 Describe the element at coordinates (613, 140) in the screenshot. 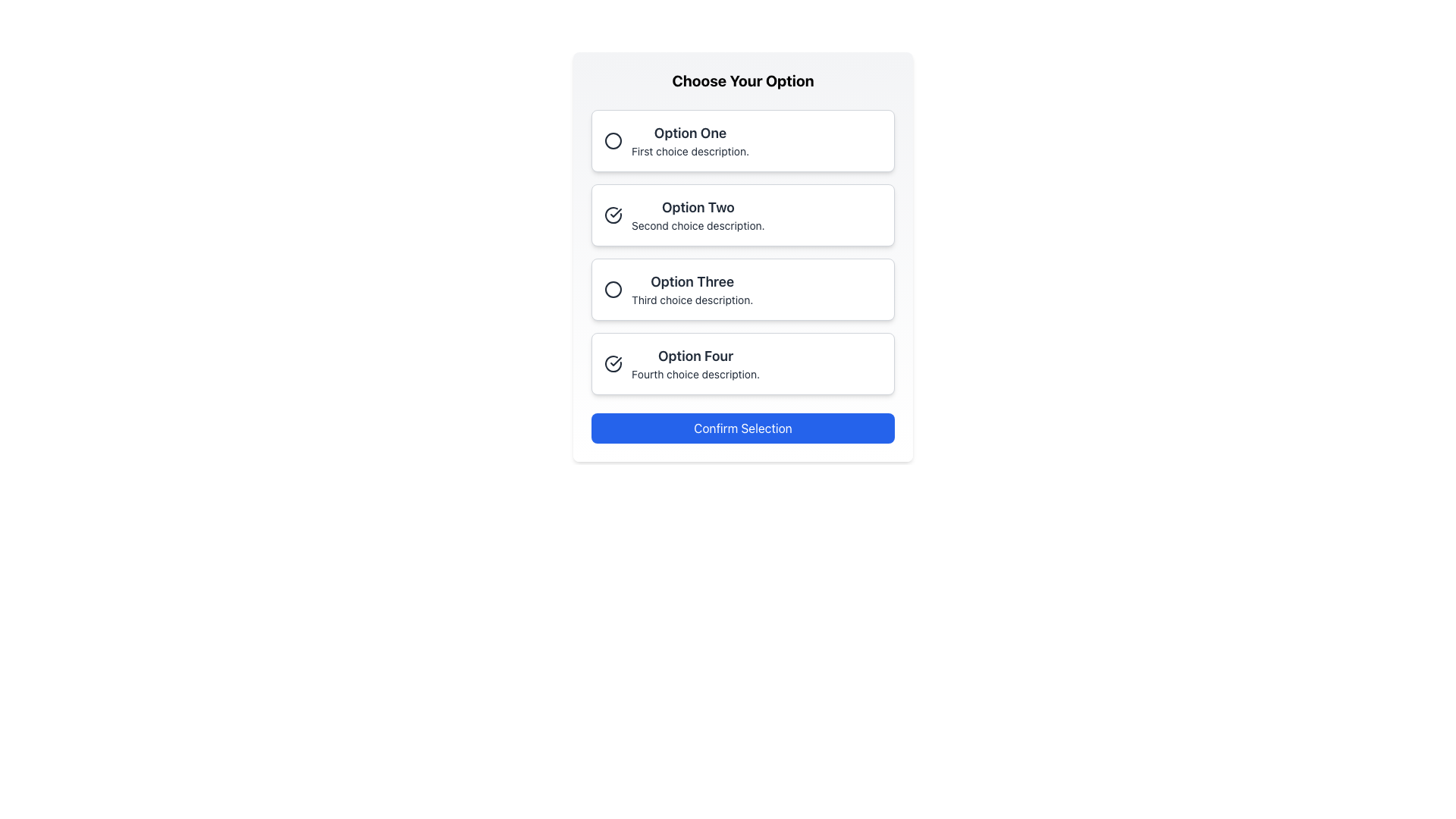

I see `the radio button for 'Option One'` at that location.